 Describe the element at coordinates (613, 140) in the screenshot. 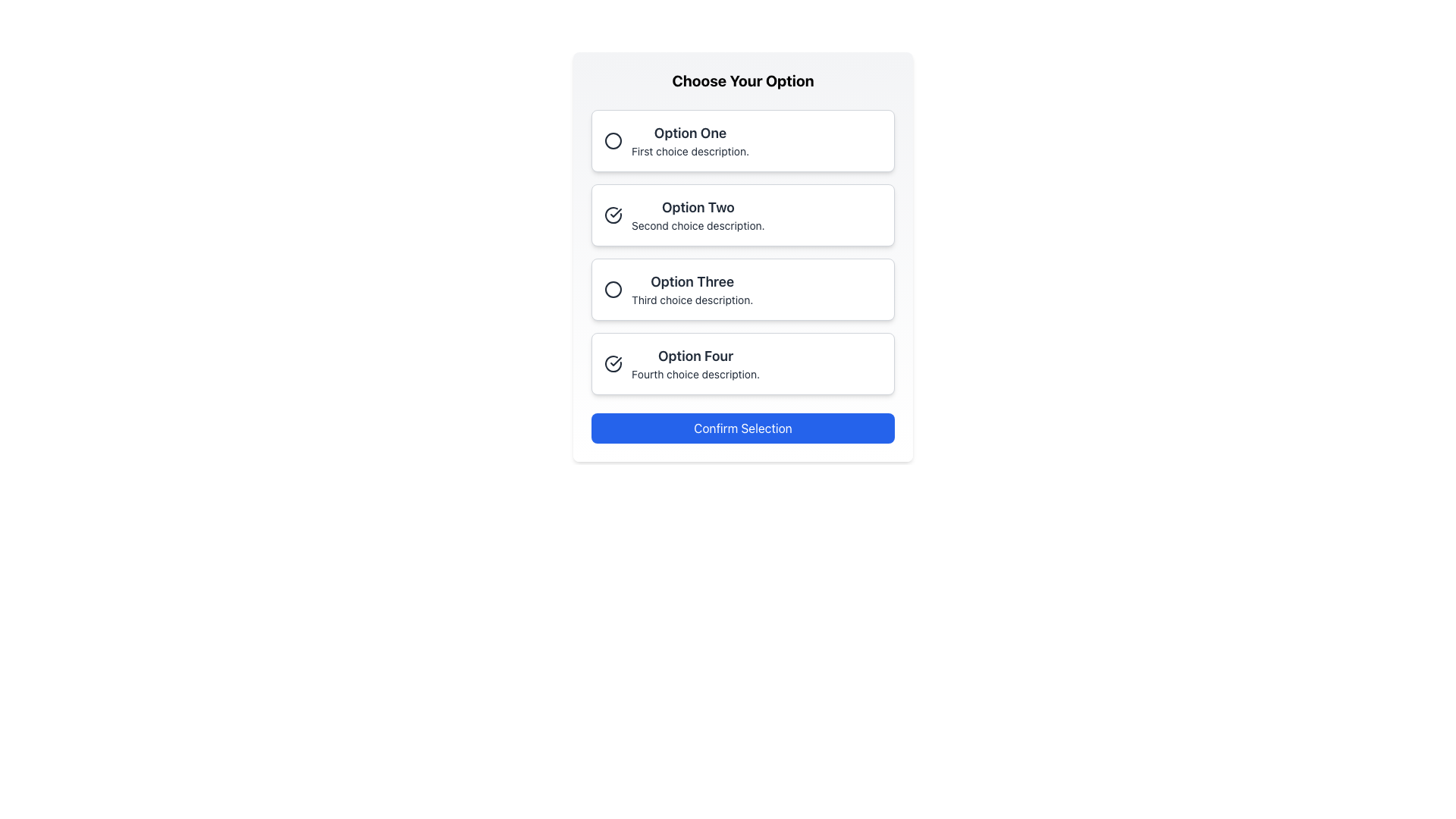

I see `the radio button for 'Option One'` at that location.